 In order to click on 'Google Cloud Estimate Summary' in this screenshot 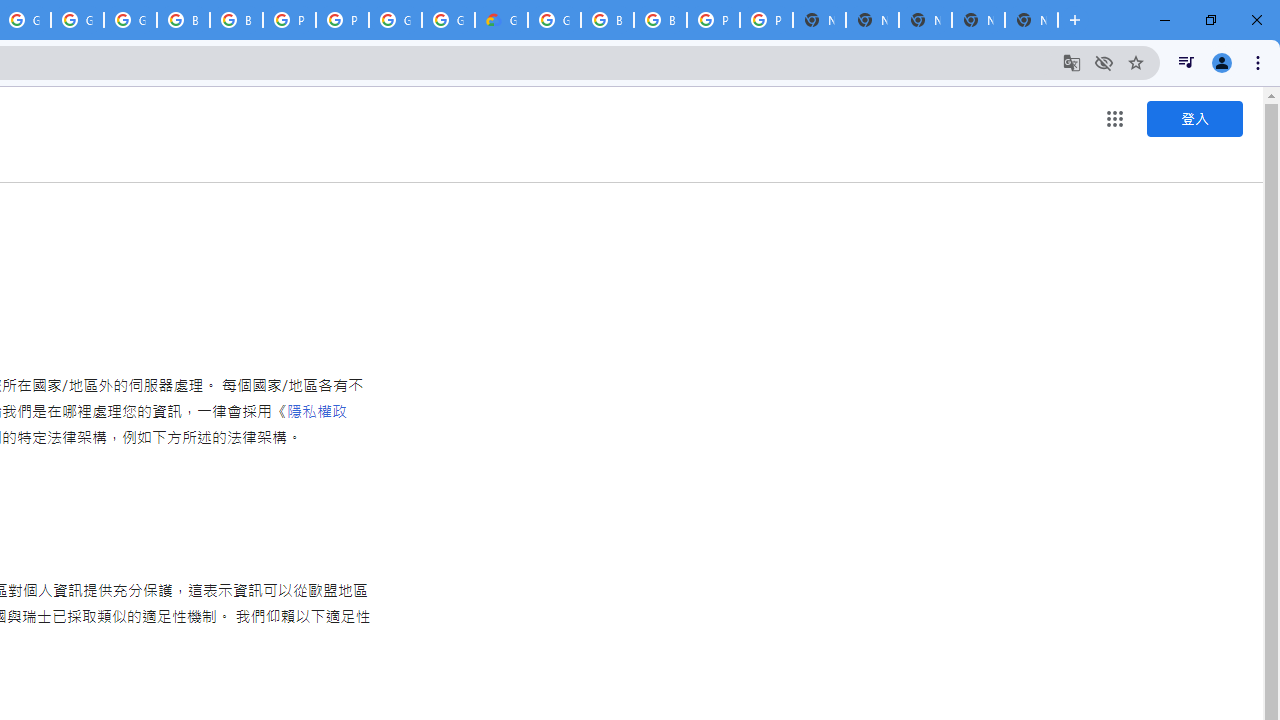, I will do `click(501, 20)`.